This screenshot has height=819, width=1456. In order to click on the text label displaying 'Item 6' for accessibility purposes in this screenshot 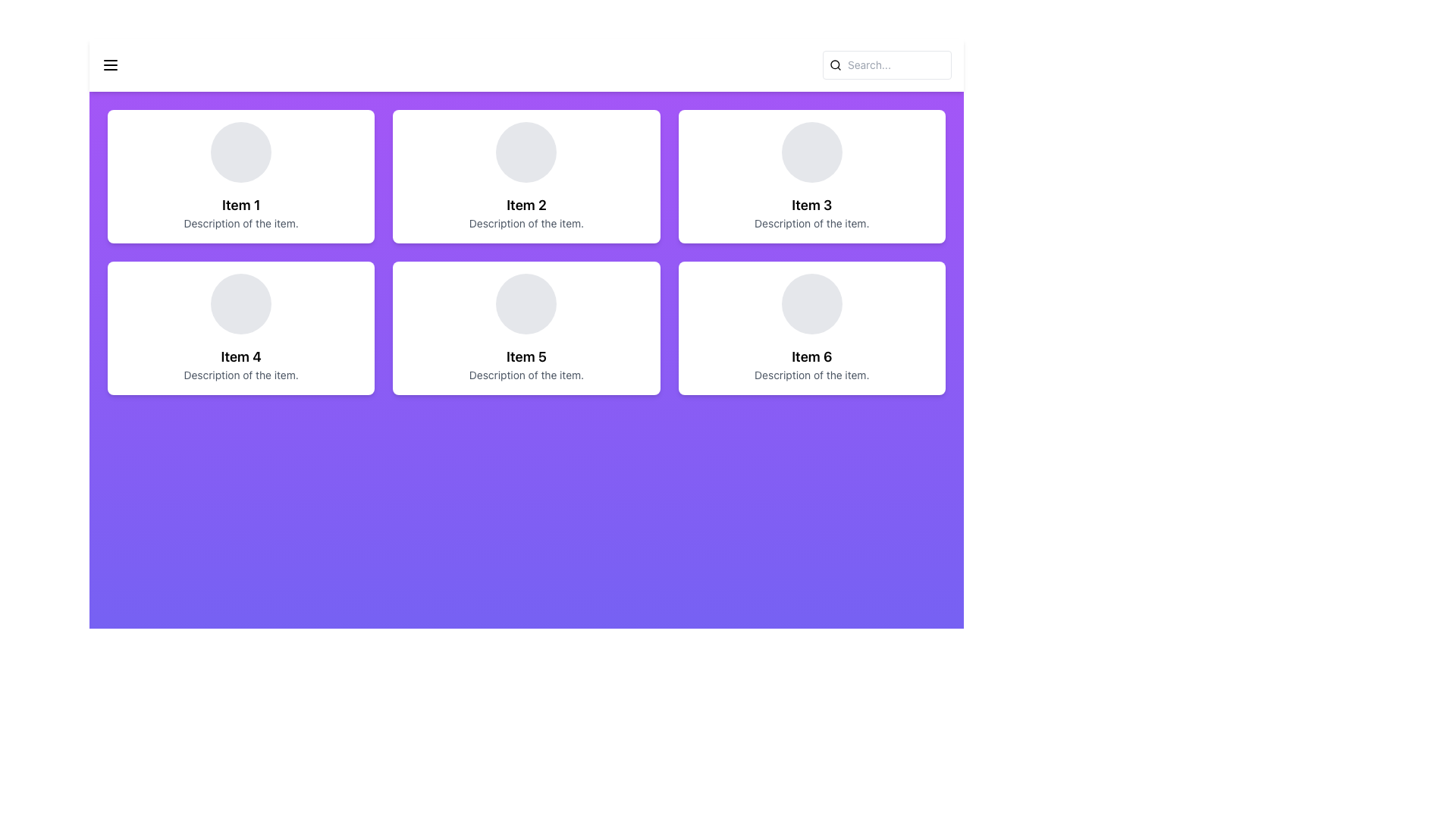, I will do `click(811, 356)`.